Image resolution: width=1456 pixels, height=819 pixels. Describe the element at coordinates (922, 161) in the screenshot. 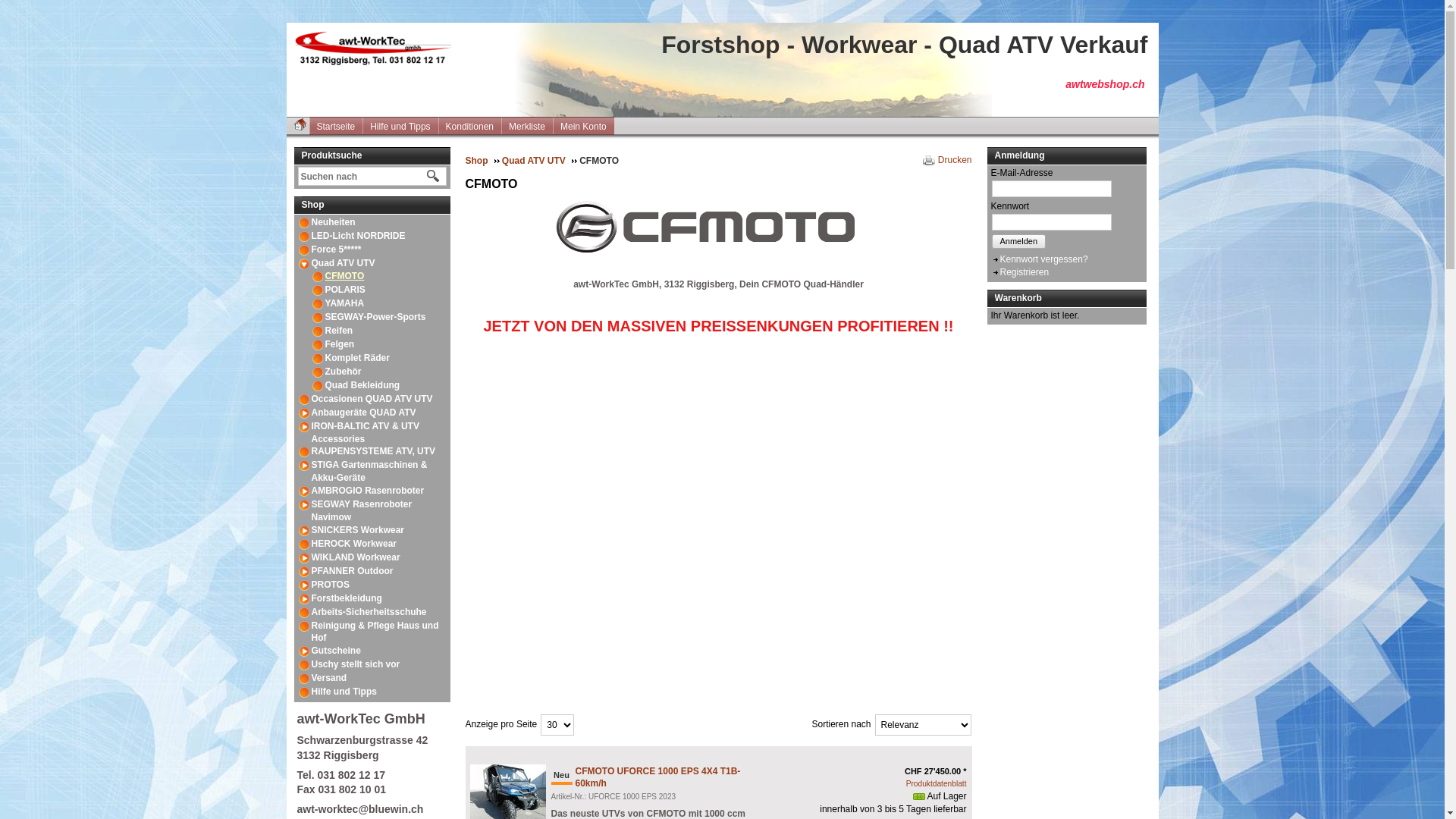

I see `'Drucken'` at that location.